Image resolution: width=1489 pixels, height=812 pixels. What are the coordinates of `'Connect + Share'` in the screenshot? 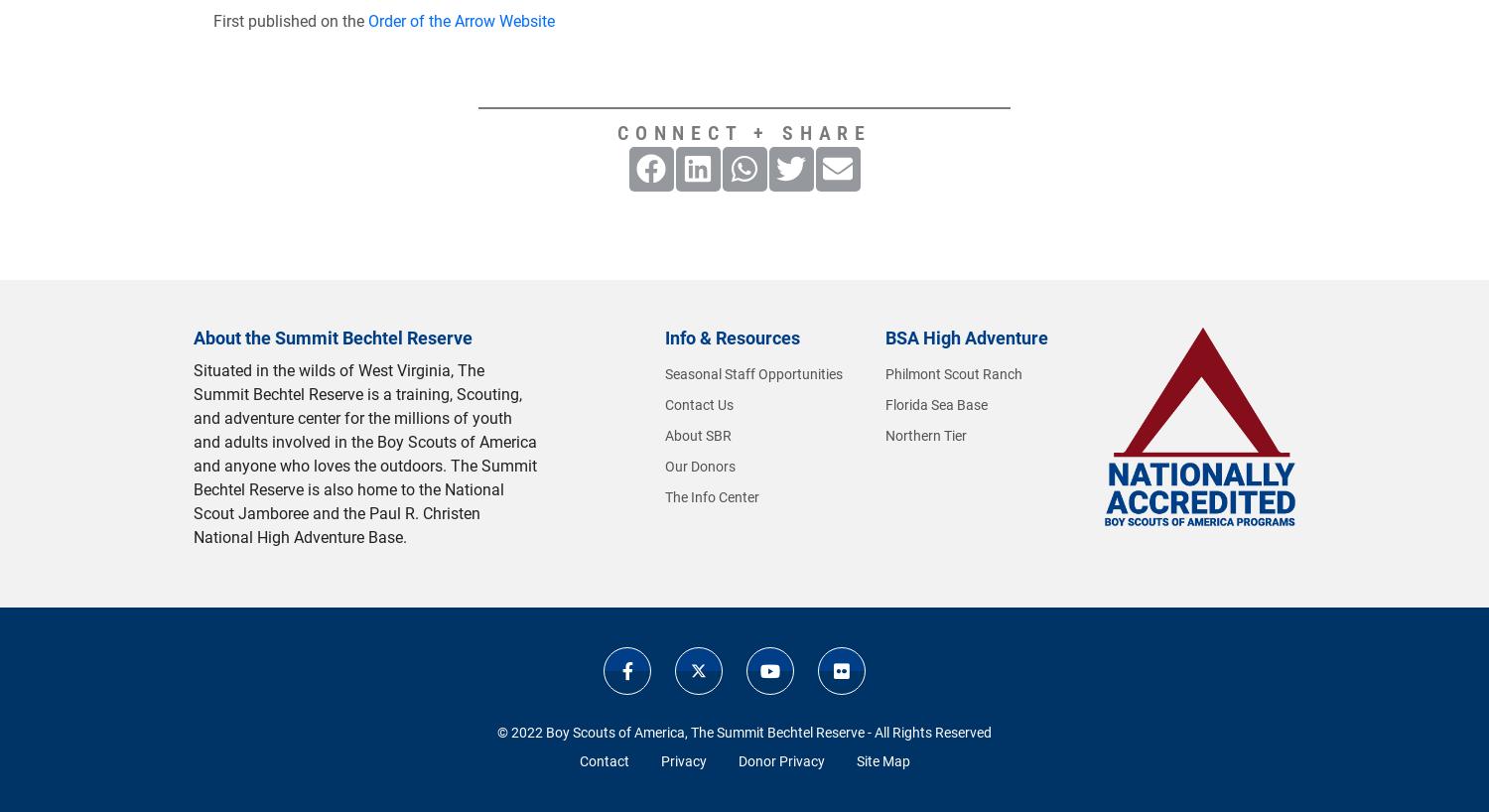 It's located at (744, 132).